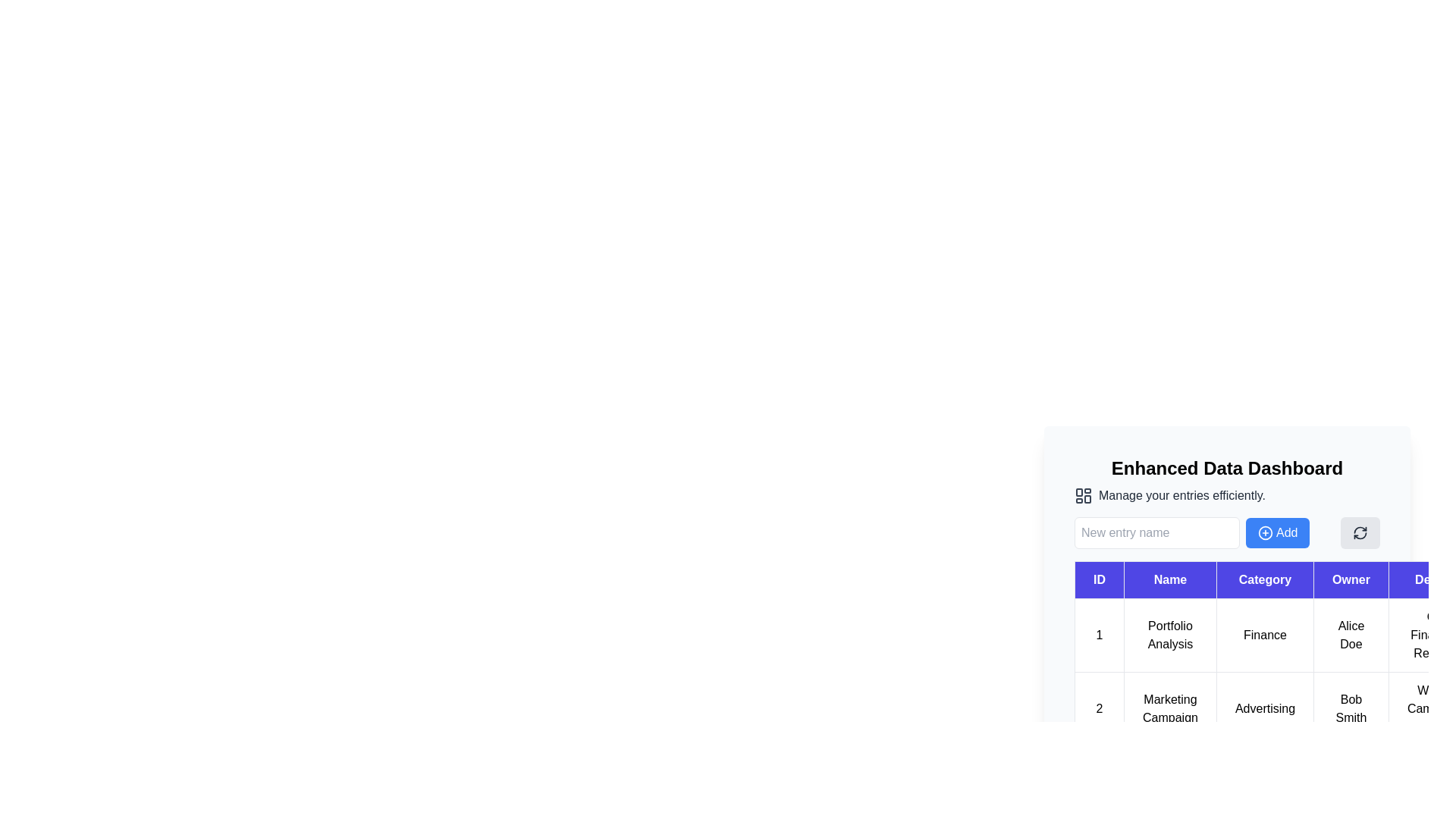 This screenshot has height=819, width=1456. What do you see at coordinates (1227, 601) in the screenshot?
I see `the 'Category' cell` at bounding box center [1227, 601].